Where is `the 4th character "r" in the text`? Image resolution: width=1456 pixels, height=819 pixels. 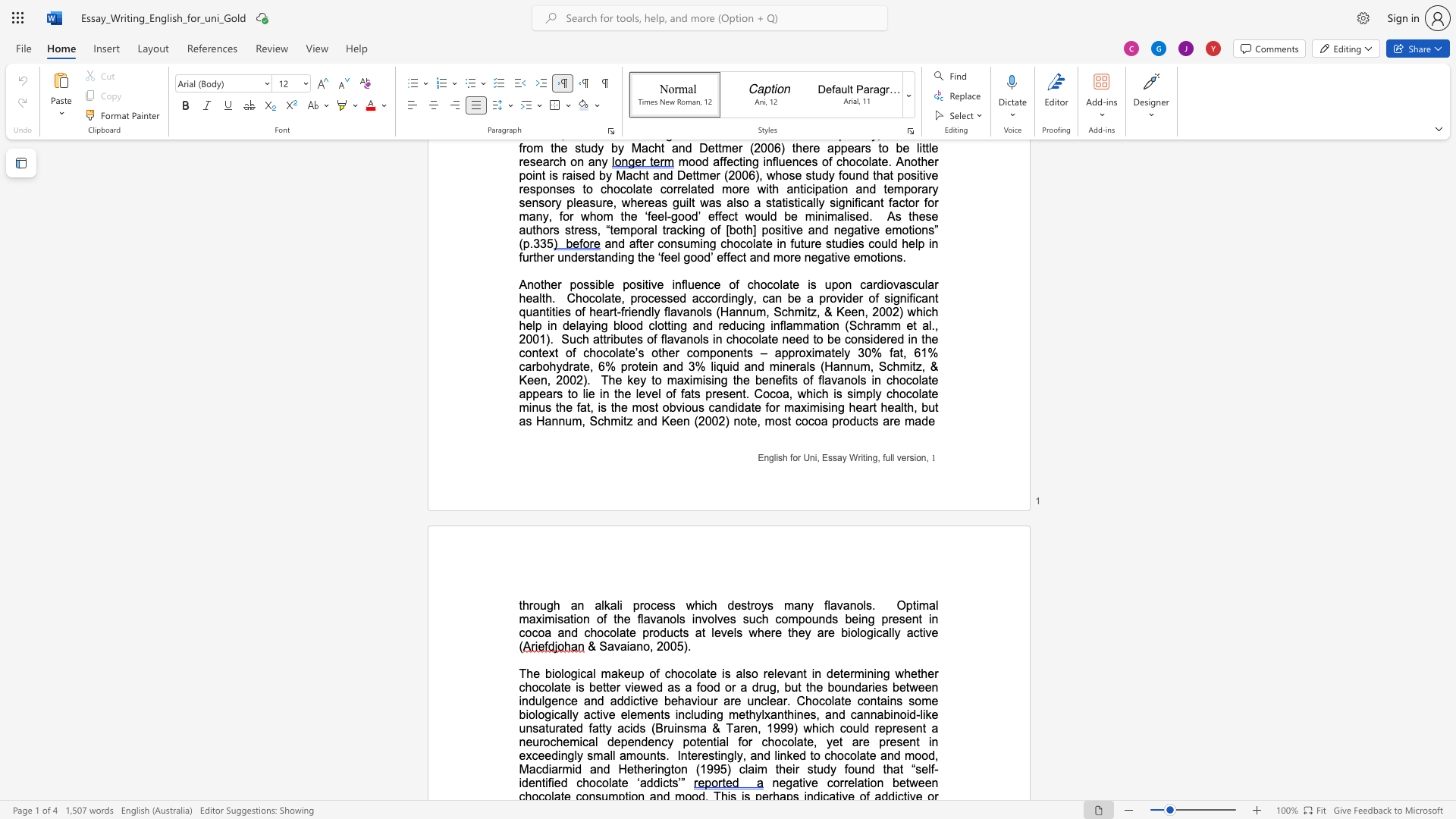 the 4th character "r" in the text is located at coordinates (861, 298).